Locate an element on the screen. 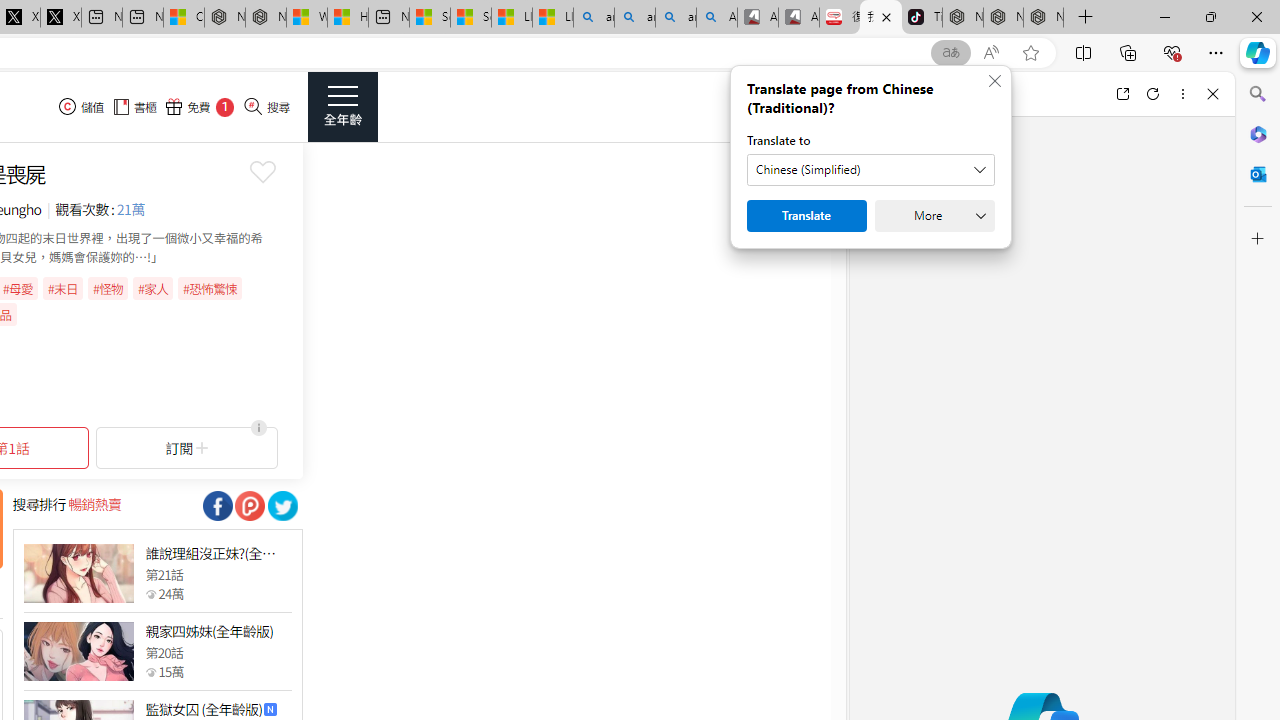 The width and height of the screenshot is (1280, 720). 'Class: socialShare' is located at coordinates (281, 505).